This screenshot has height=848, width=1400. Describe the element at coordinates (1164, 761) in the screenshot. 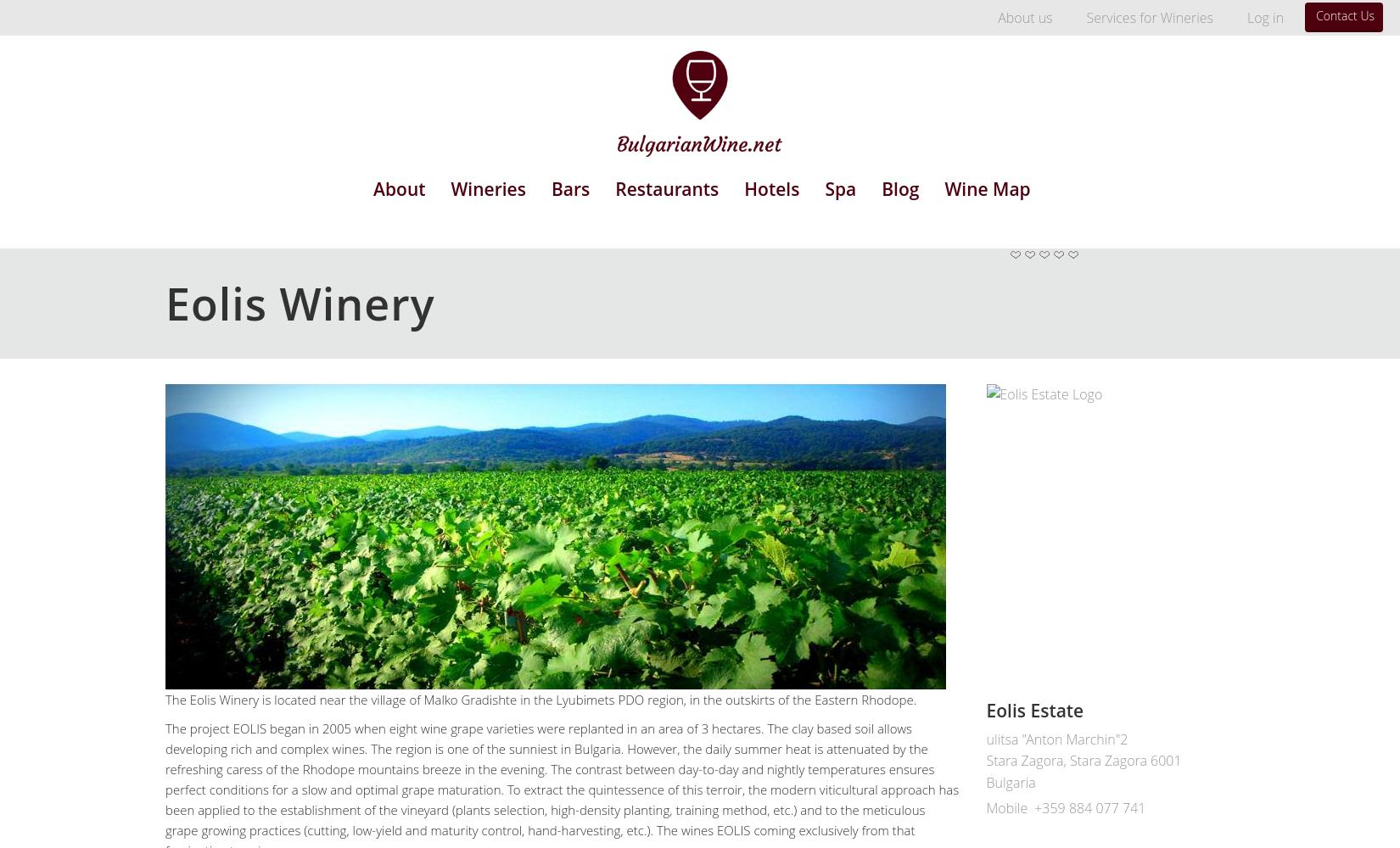

I see `'6001'` at that location.